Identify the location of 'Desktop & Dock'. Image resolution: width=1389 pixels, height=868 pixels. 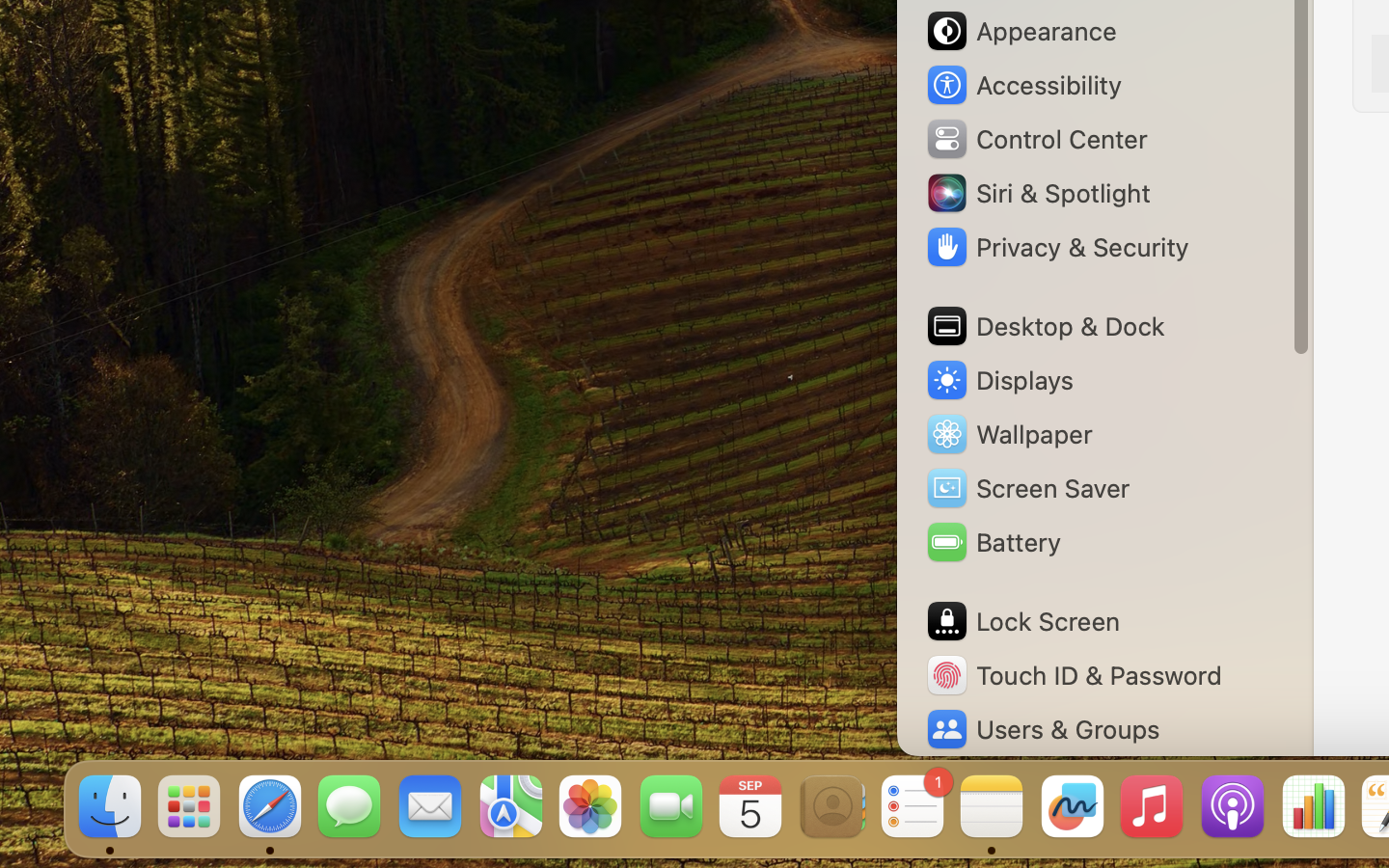
(1044, 326).